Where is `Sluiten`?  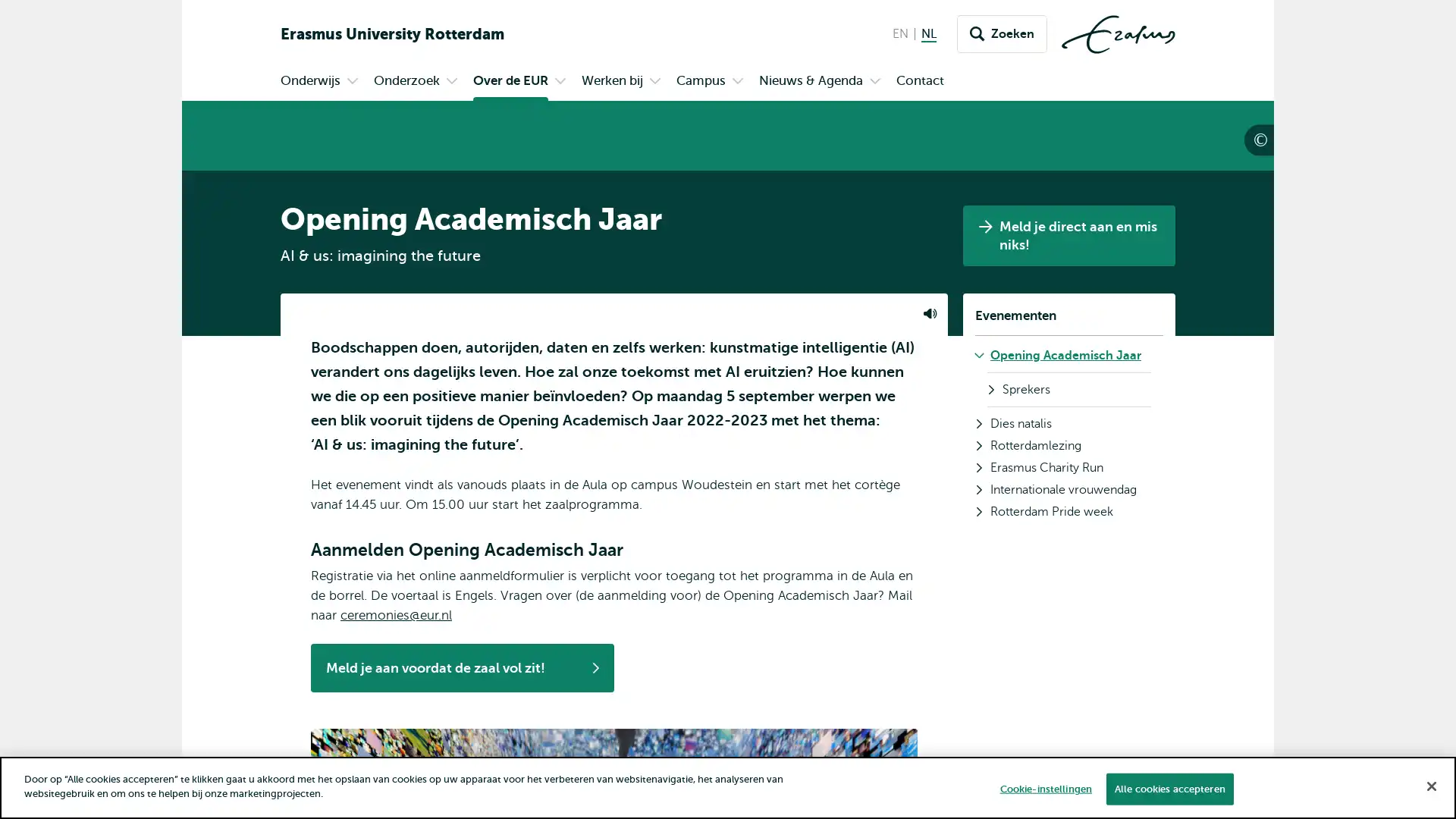
Sluiten is located at coordinates (1430, 785).